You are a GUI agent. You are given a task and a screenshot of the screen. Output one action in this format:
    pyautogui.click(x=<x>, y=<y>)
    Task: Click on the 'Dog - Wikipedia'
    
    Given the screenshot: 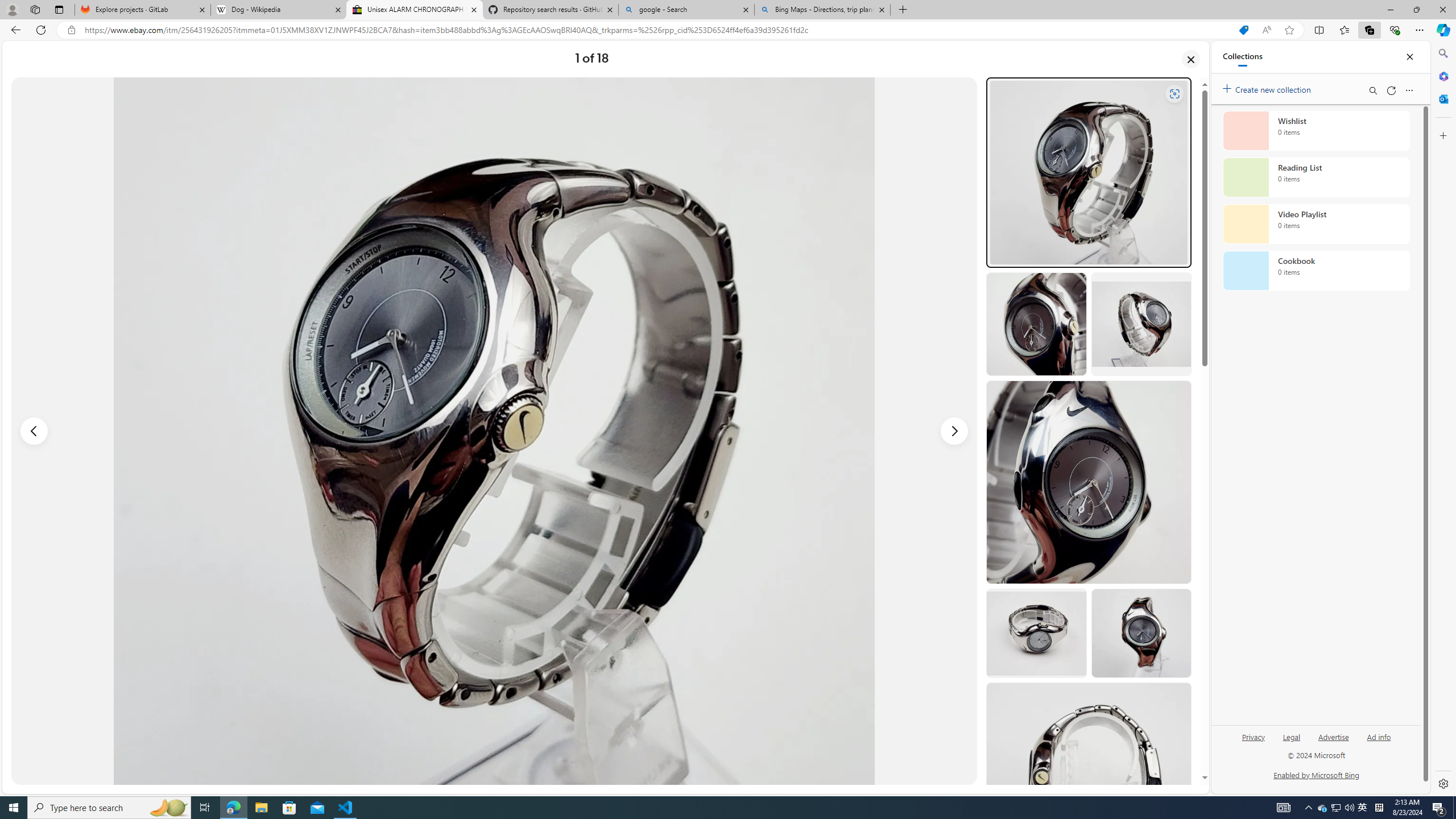 What is the action you would take?
    pyautogui.click(x=278, y=9)
    